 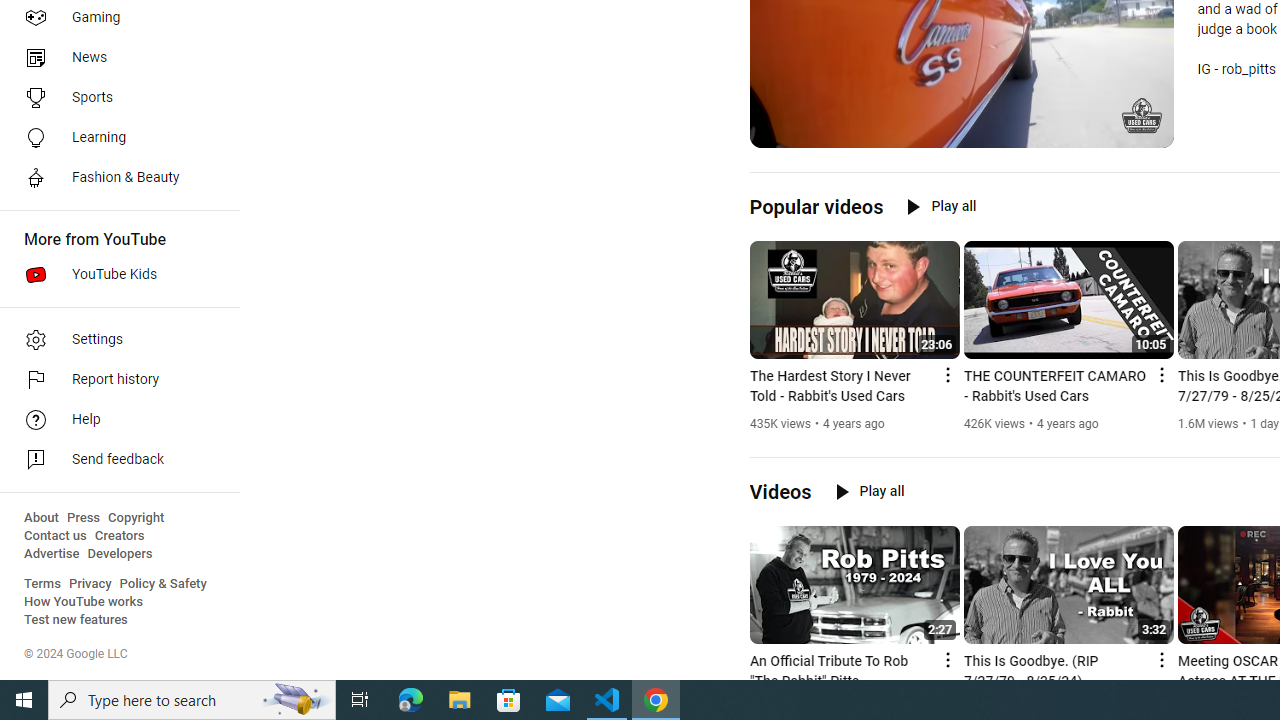 What do you see at coordinates (55, 535) in the screenshot?
I see `'Contact us'` at bounding box center [55, 535].